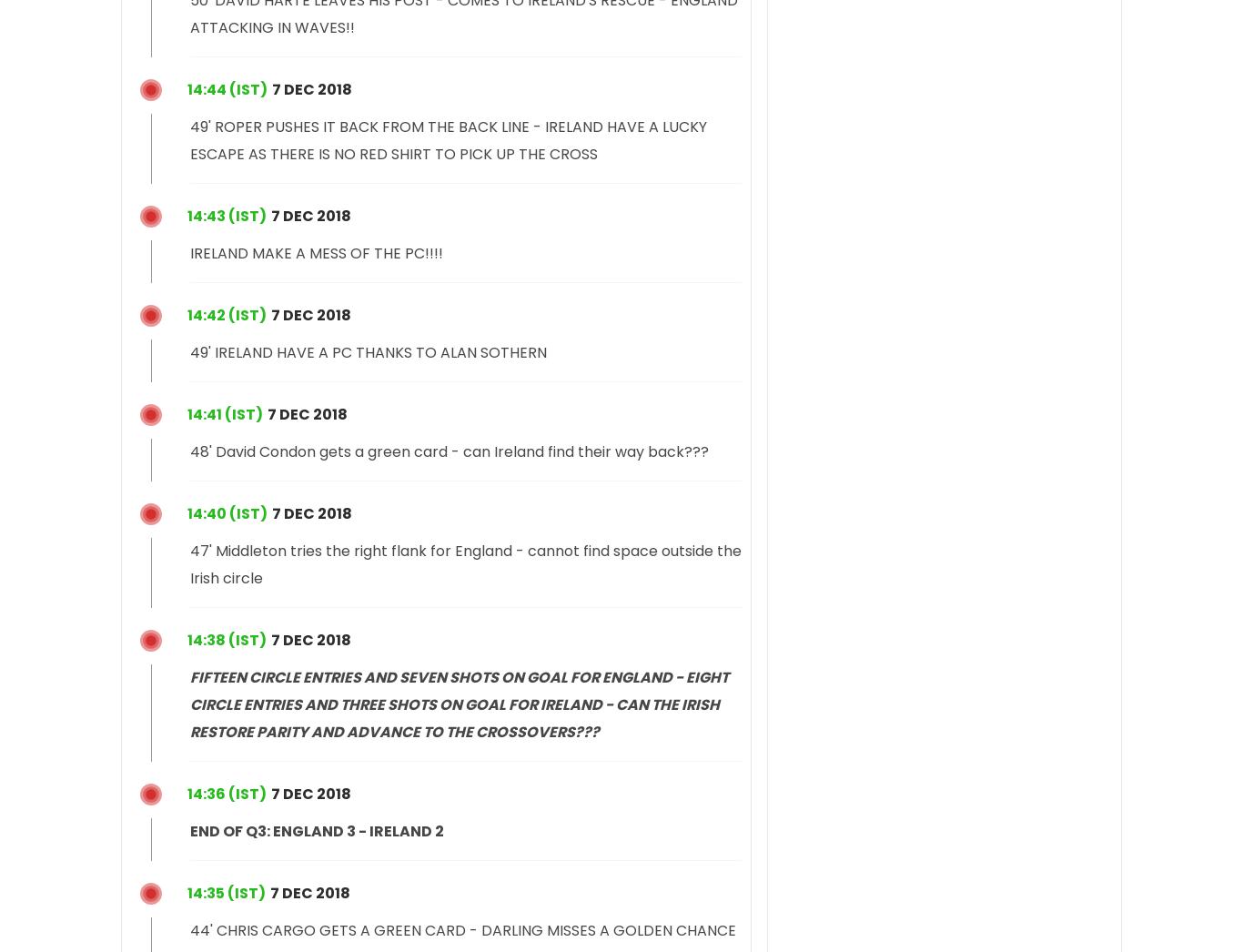 This screenshot has width=1243, height=952. I want to click on 'IRELAND MAKE A MESS OF THE PC!!!!', so click(316, 252).